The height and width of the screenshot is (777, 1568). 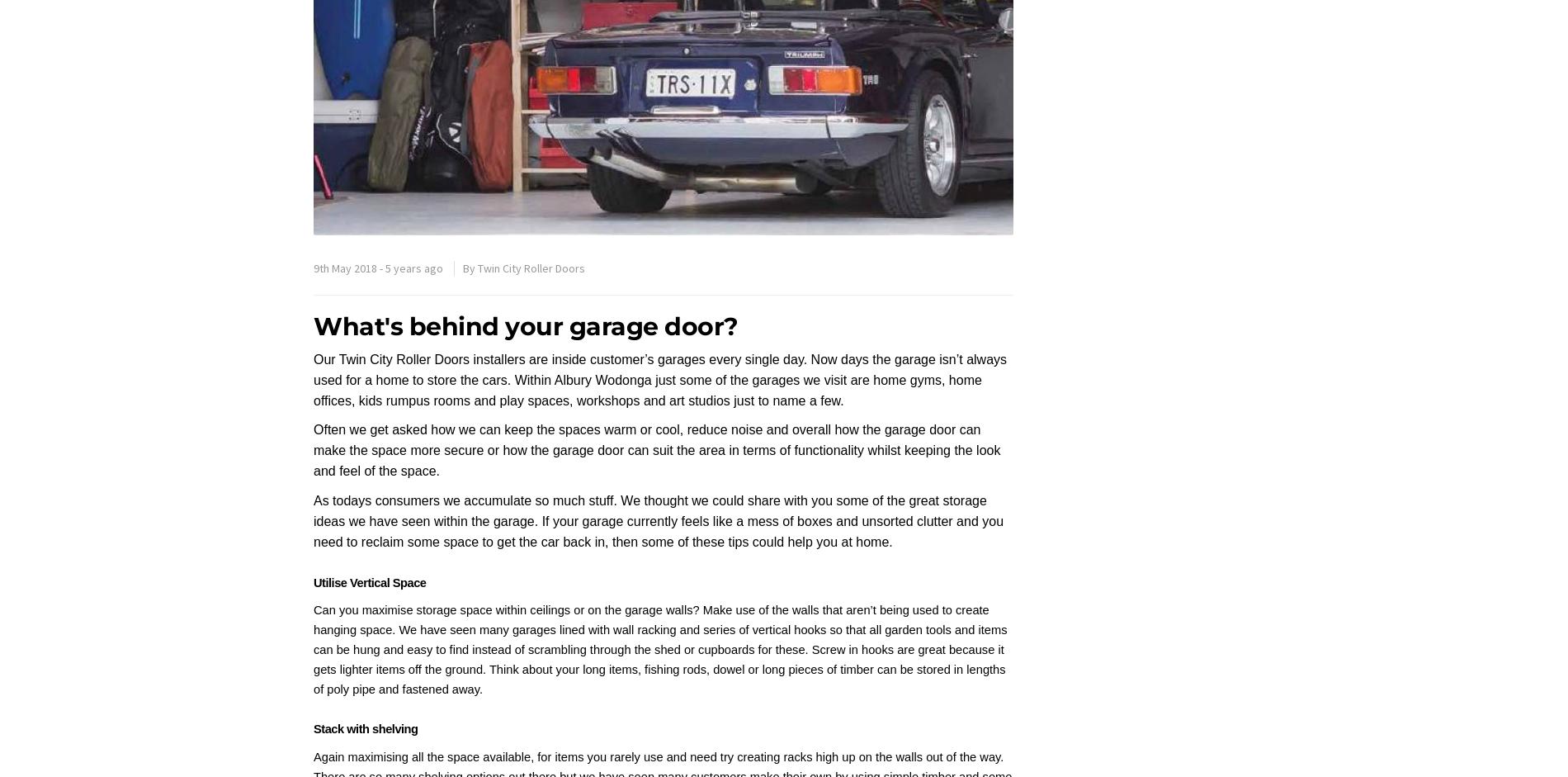 What do you see at coordinates (529, 325) in the screenshot?
I see `'What's behind your garage door?'` at bounding box center [529, 325].